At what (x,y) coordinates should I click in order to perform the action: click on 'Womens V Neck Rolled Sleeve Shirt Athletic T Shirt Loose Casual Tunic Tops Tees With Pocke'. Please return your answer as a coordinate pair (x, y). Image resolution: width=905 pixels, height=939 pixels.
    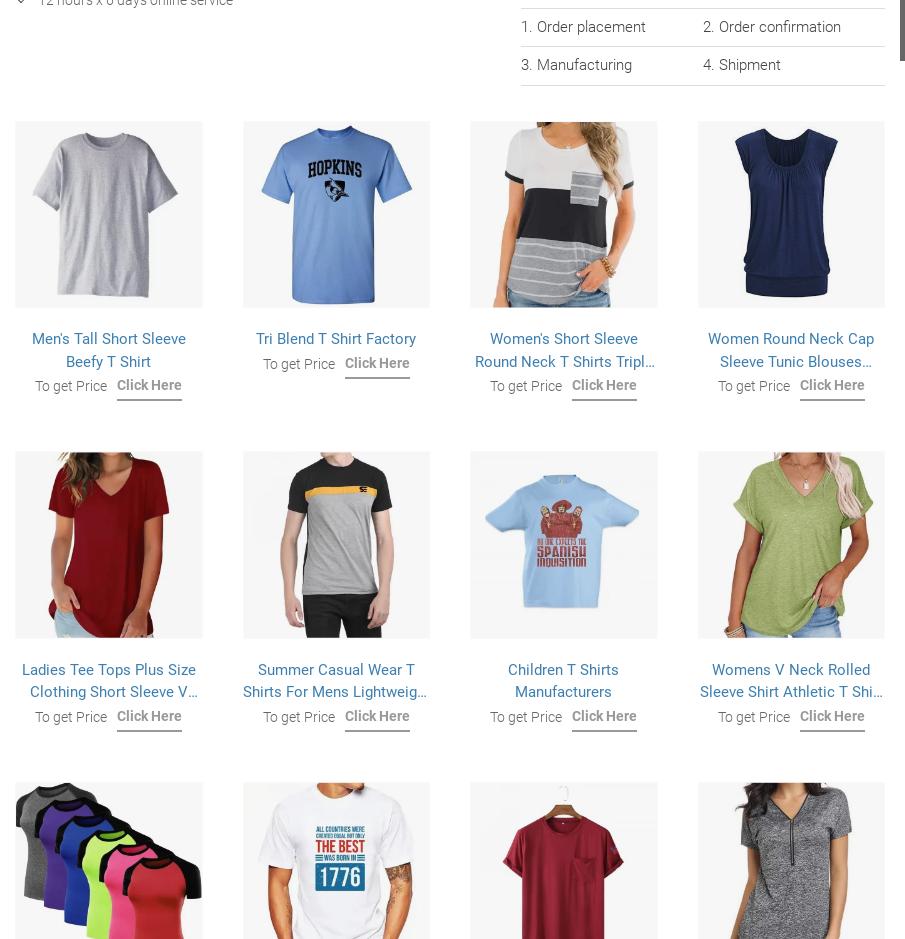
    Looking at the image, I should click on (790, 702).